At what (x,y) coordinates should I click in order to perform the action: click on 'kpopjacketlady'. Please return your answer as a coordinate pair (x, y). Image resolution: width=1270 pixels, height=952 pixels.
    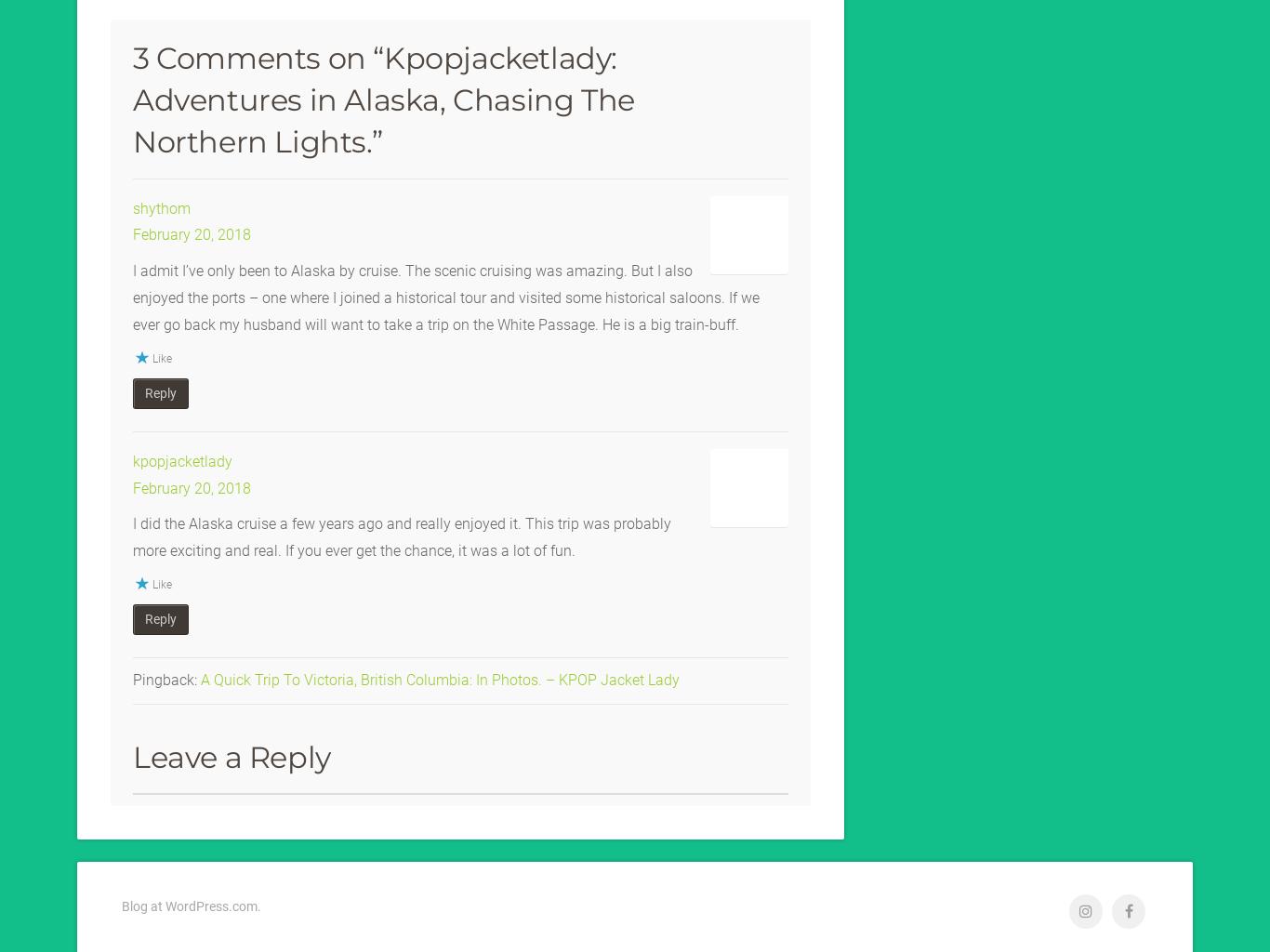
    Looking at the image, I should click on (181, 458).